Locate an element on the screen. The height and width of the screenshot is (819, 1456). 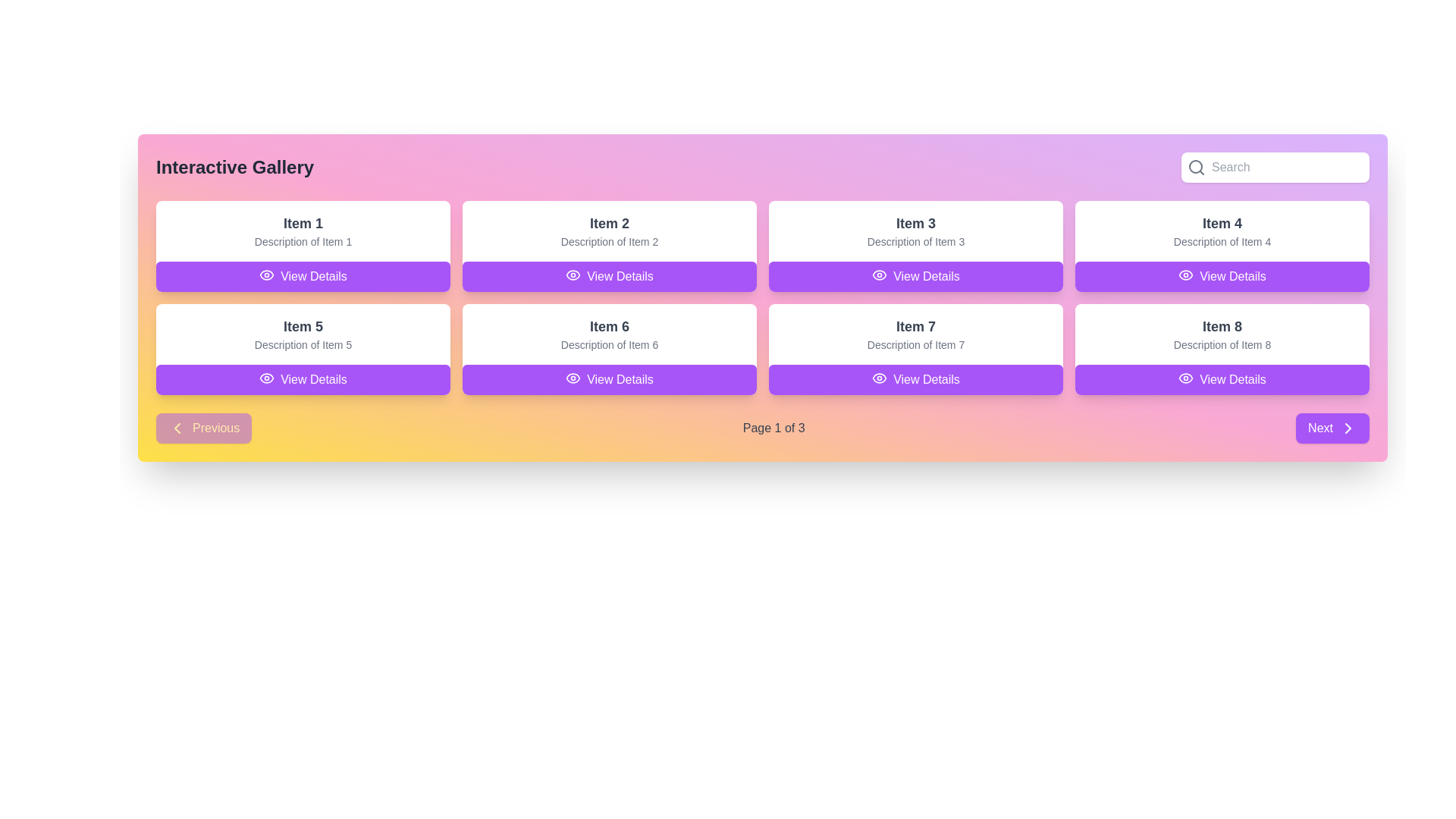
the 'View Details' button, which is a rectangular button with a purple background and white text, located below 'Item 3' and 'Description of Item 3' is located at coordinates (915, 277).